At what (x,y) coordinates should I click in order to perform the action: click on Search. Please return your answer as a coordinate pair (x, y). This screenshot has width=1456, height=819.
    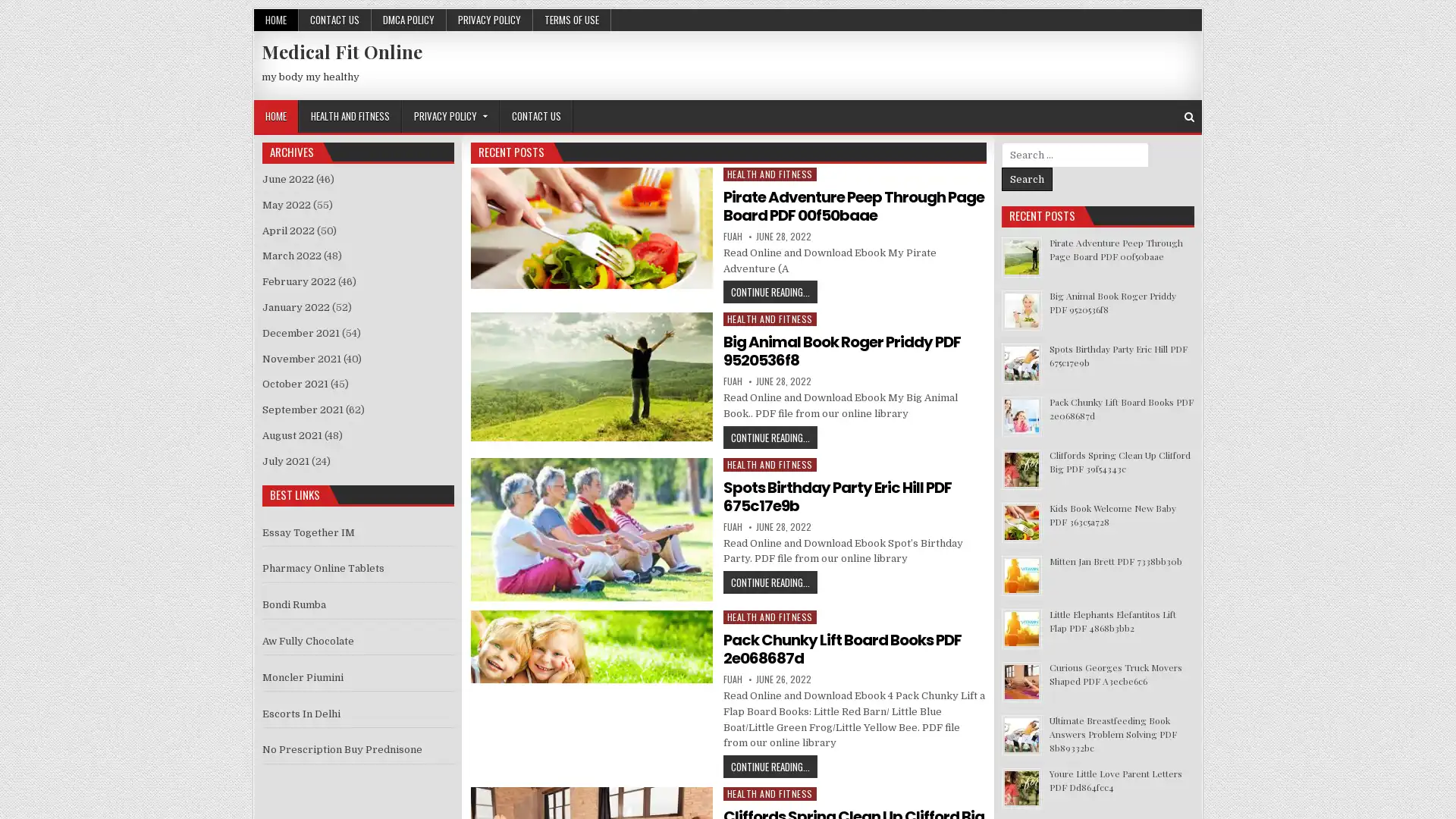
    Looking at the image, I should click on (1027, 178).